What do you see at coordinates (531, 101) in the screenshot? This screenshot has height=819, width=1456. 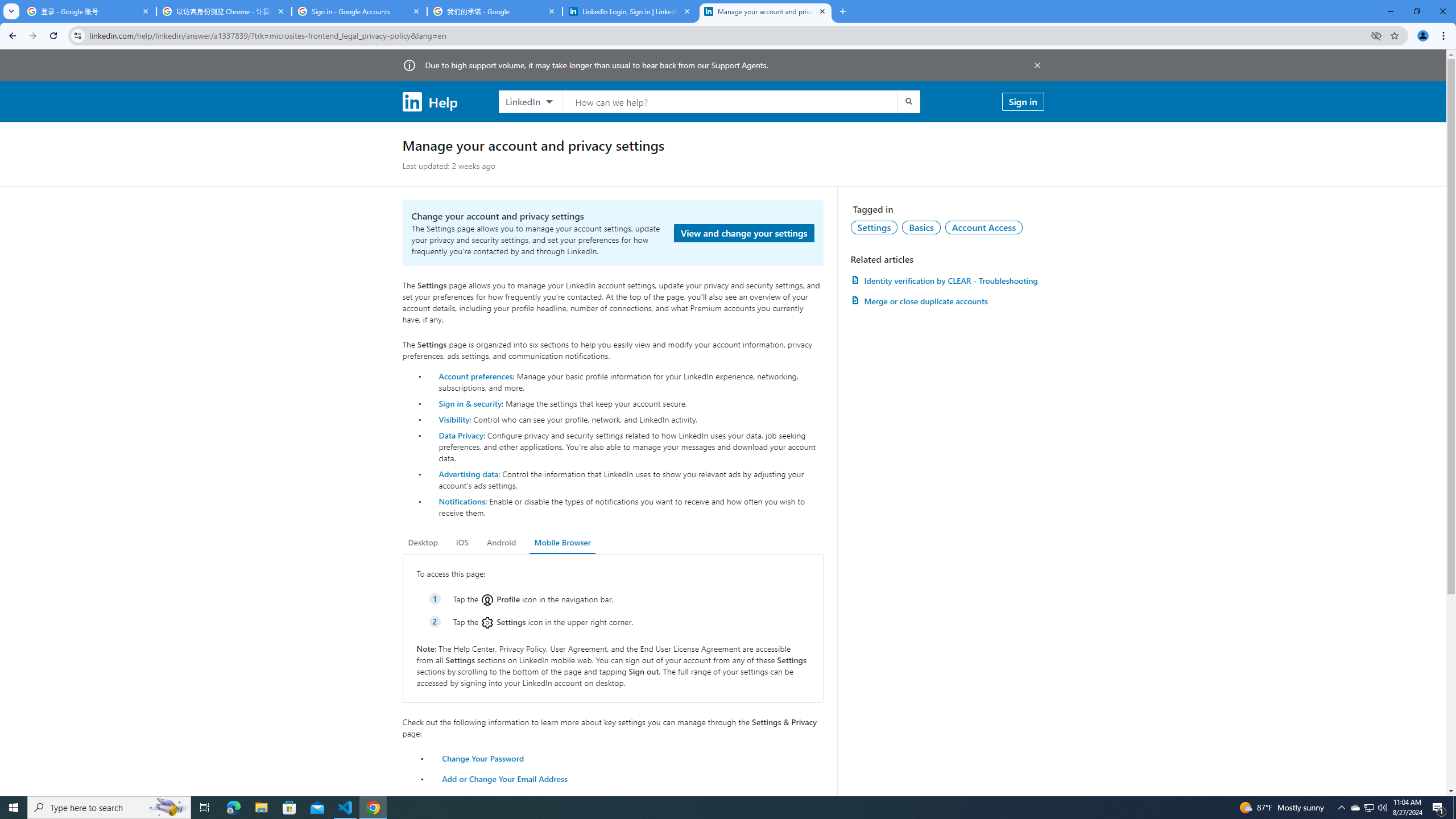 I see `'LinkedIn products to search, LinkedIn selected'` at bounding box center [531, 101].